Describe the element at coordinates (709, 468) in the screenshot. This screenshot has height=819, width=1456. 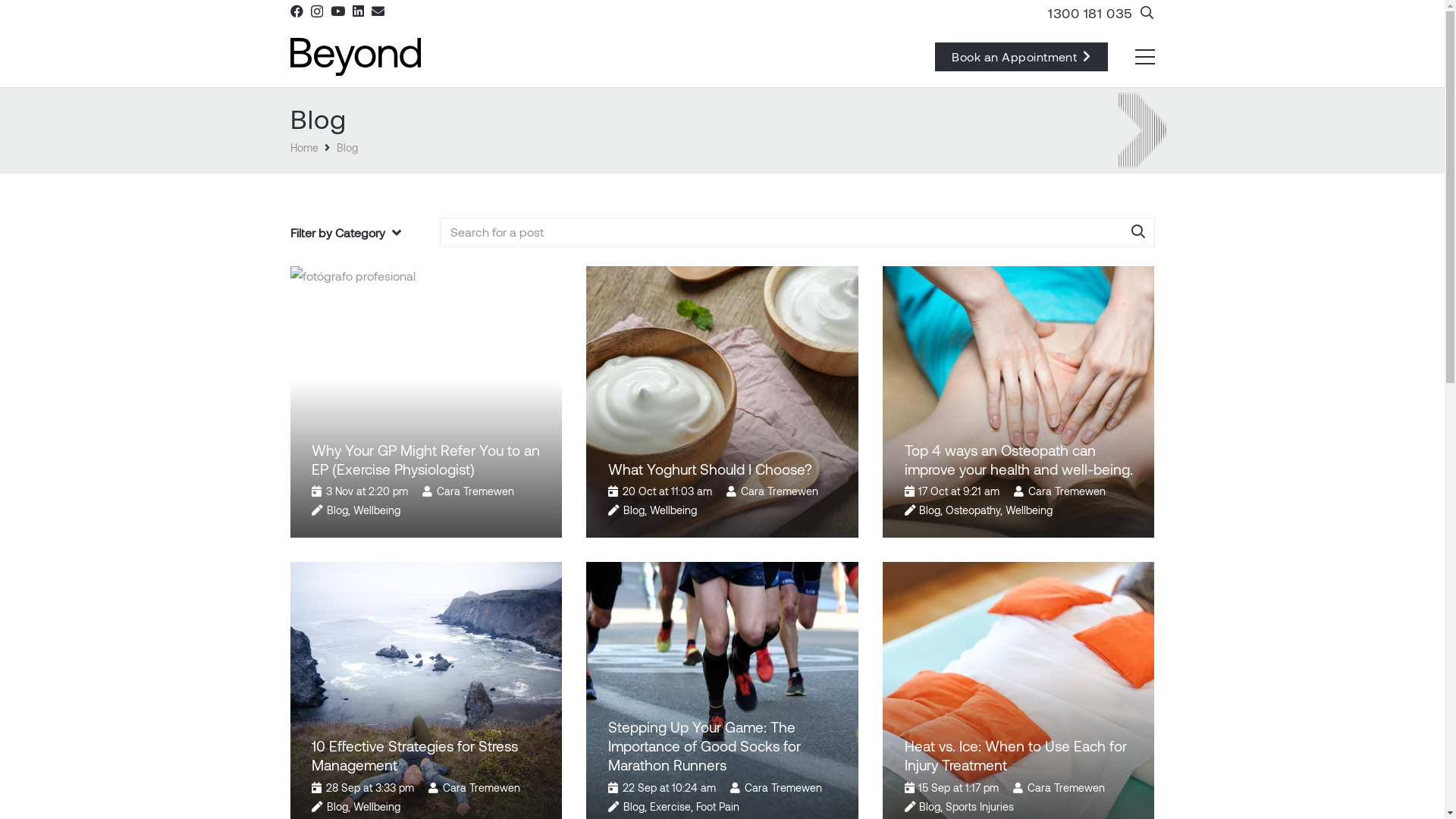
I see `'What Yoghurt Should I Choose?'` at that location.